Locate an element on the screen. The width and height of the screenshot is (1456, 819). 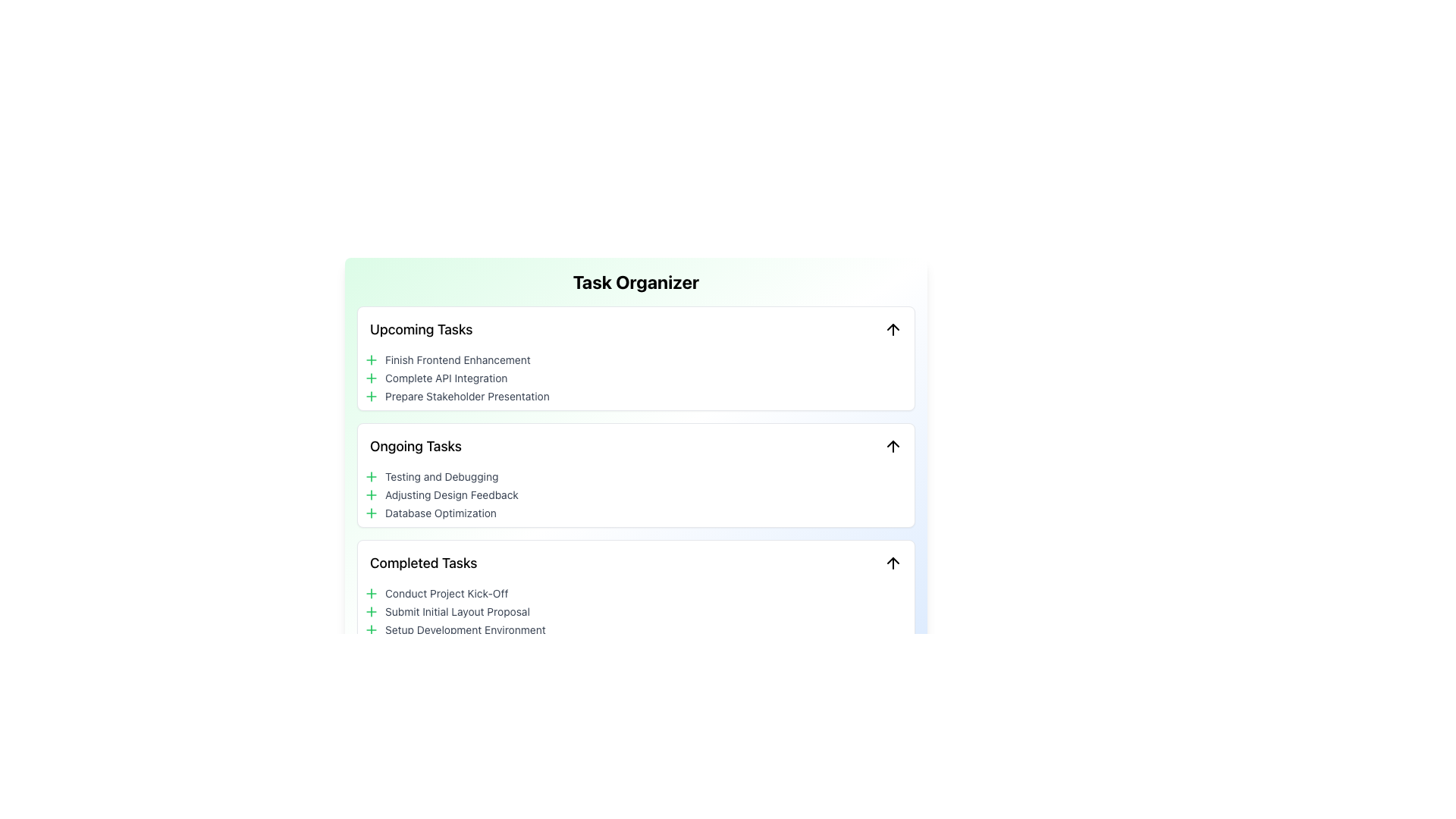
the text label identifying the task item 'Adjusting Design Feedback' in the 'Ongoing Tasks' section is located at coordinates (450, 494).